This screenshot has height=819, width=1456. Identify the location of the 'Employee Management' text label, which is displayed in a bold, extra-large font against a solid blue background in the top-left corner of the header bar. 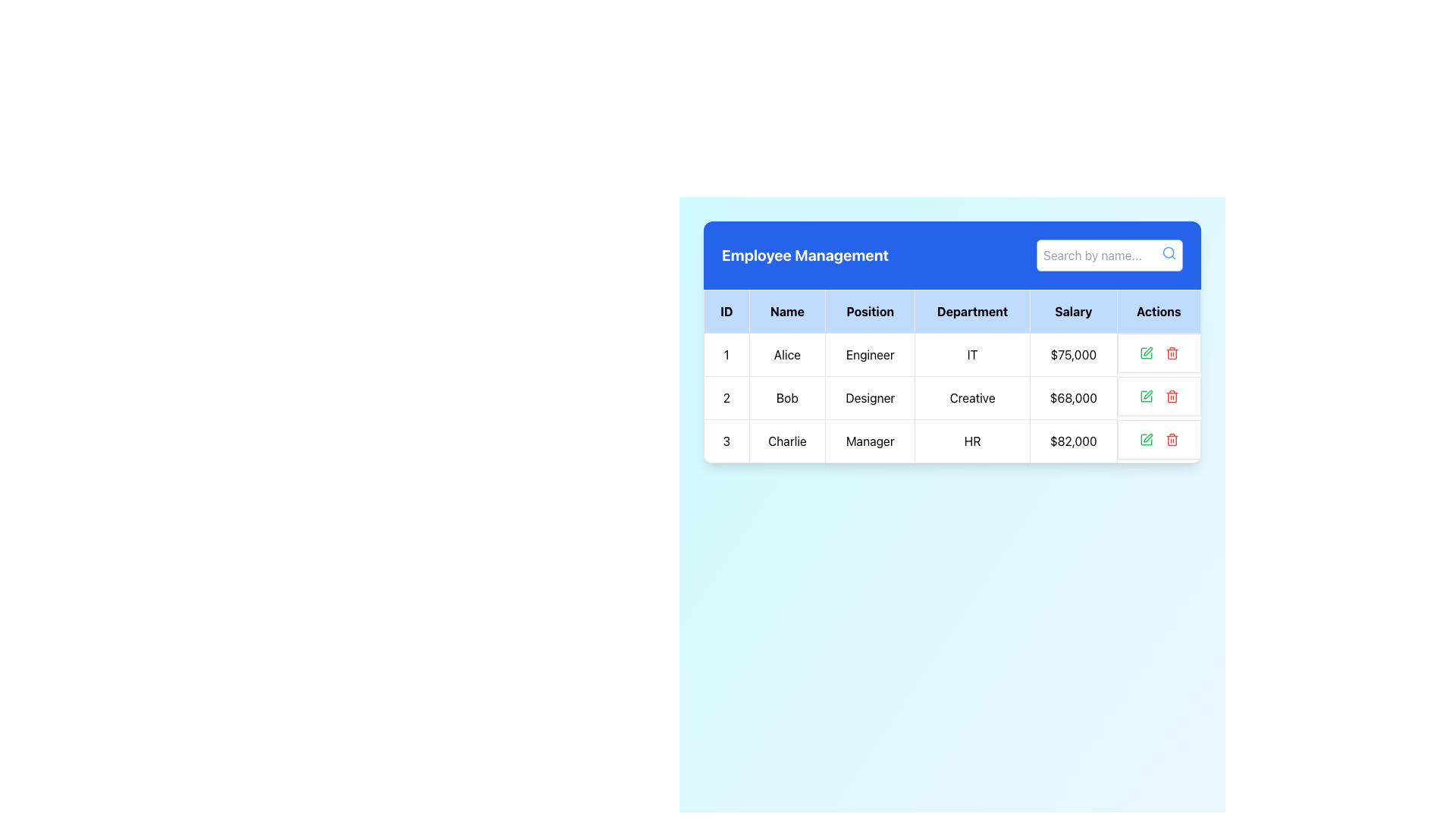
(804, 254).